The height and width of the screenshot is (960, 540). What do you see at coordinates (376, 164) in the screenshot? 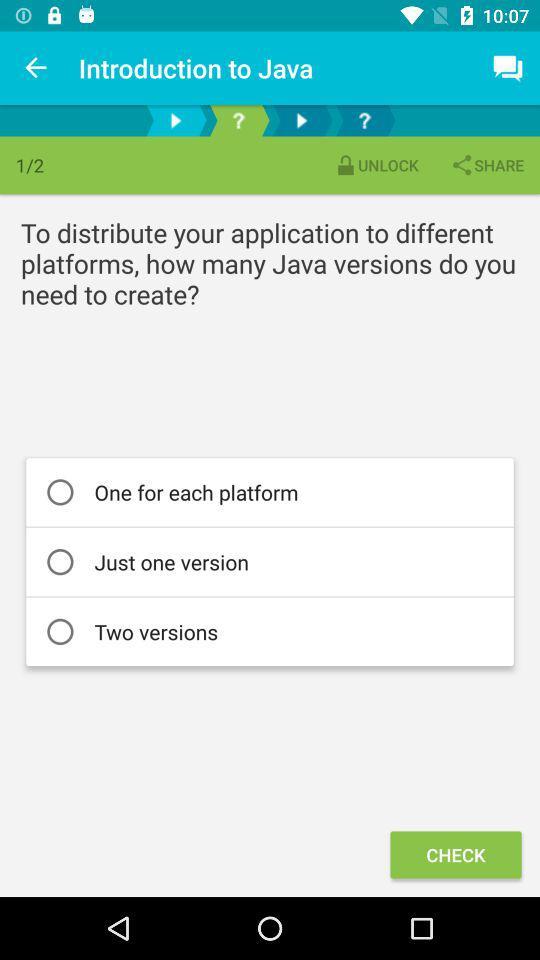
I see `the item above to distribute your` at bounding box center [376, 164].